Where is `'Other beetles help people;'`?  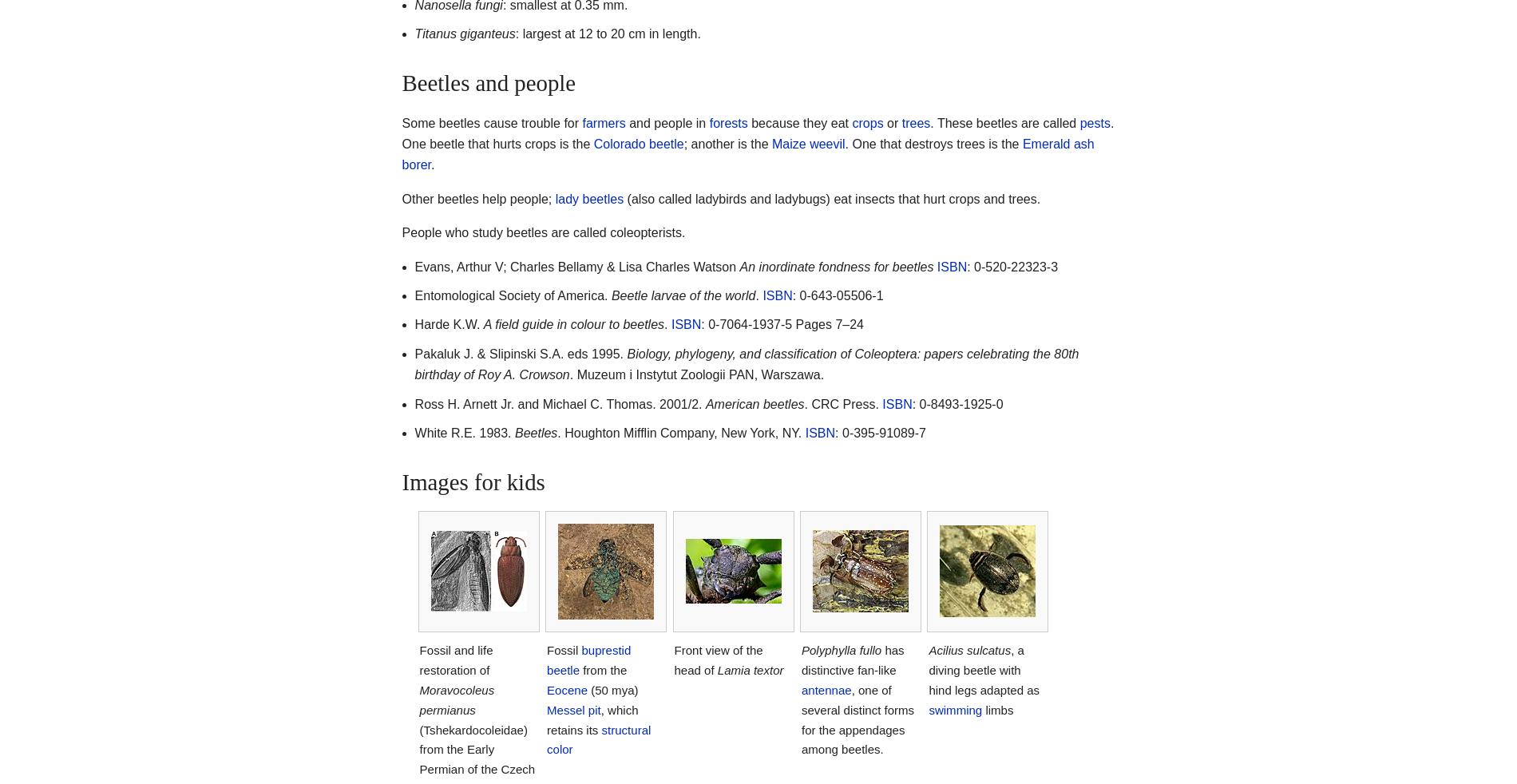 'Other beetles help people;' is located at coordinates (478, 198).